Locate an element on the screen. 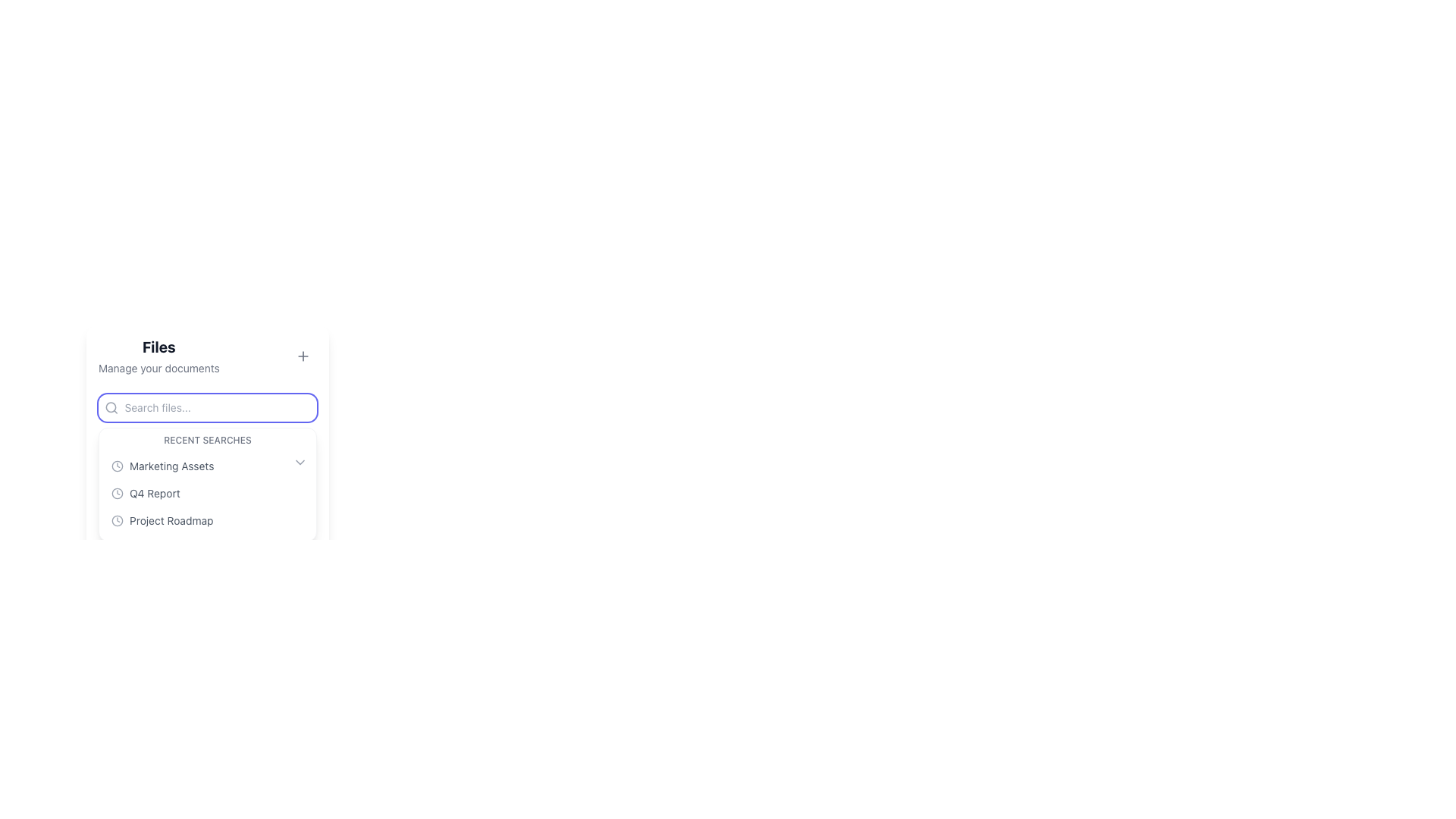 The image size is (1456, 819). the text label displaying 'Documents' and '43 items', which is styled with bold and light fonts and positioned to the right of a blue icon is located at coordinates (199, 461).